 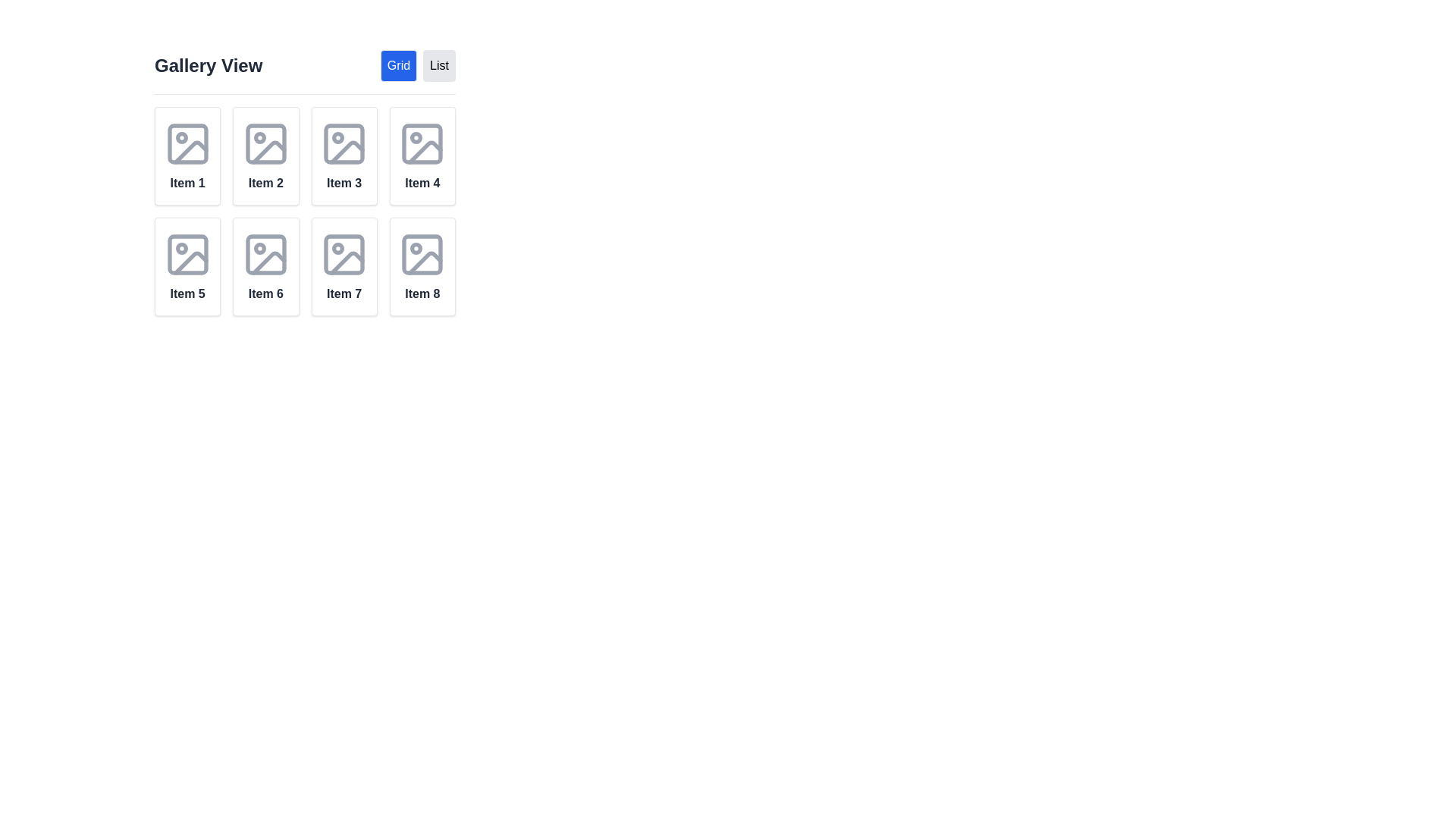 I want to click on the small rectangular shape with slightly rounded corners, part of the graphical icon for Item 6 in a 2x4 grid layout, so click(x=265, y=253).